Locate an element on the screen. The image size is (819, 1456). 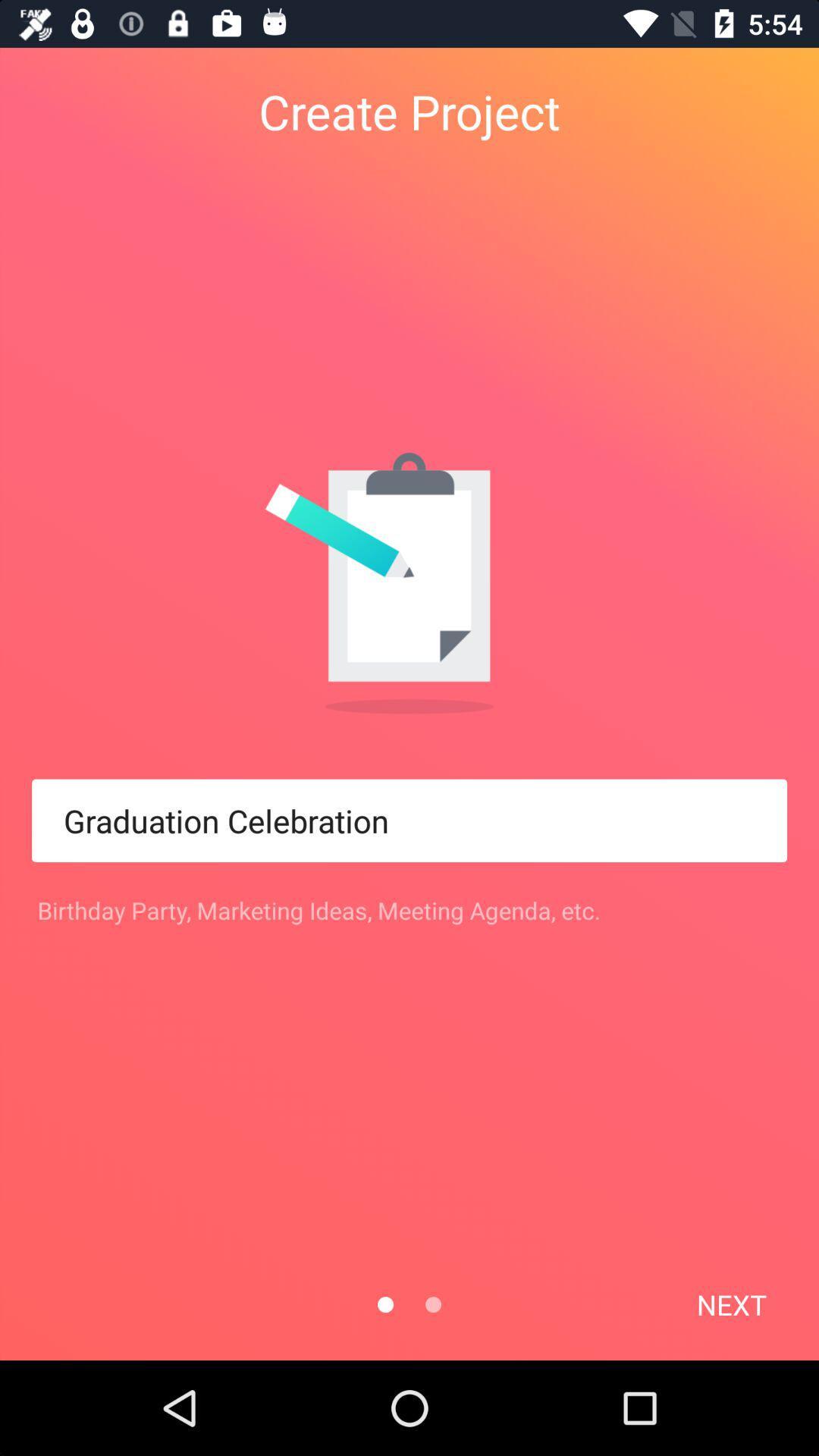
next at the bottom right corner is located at coordinates (730, 1304).